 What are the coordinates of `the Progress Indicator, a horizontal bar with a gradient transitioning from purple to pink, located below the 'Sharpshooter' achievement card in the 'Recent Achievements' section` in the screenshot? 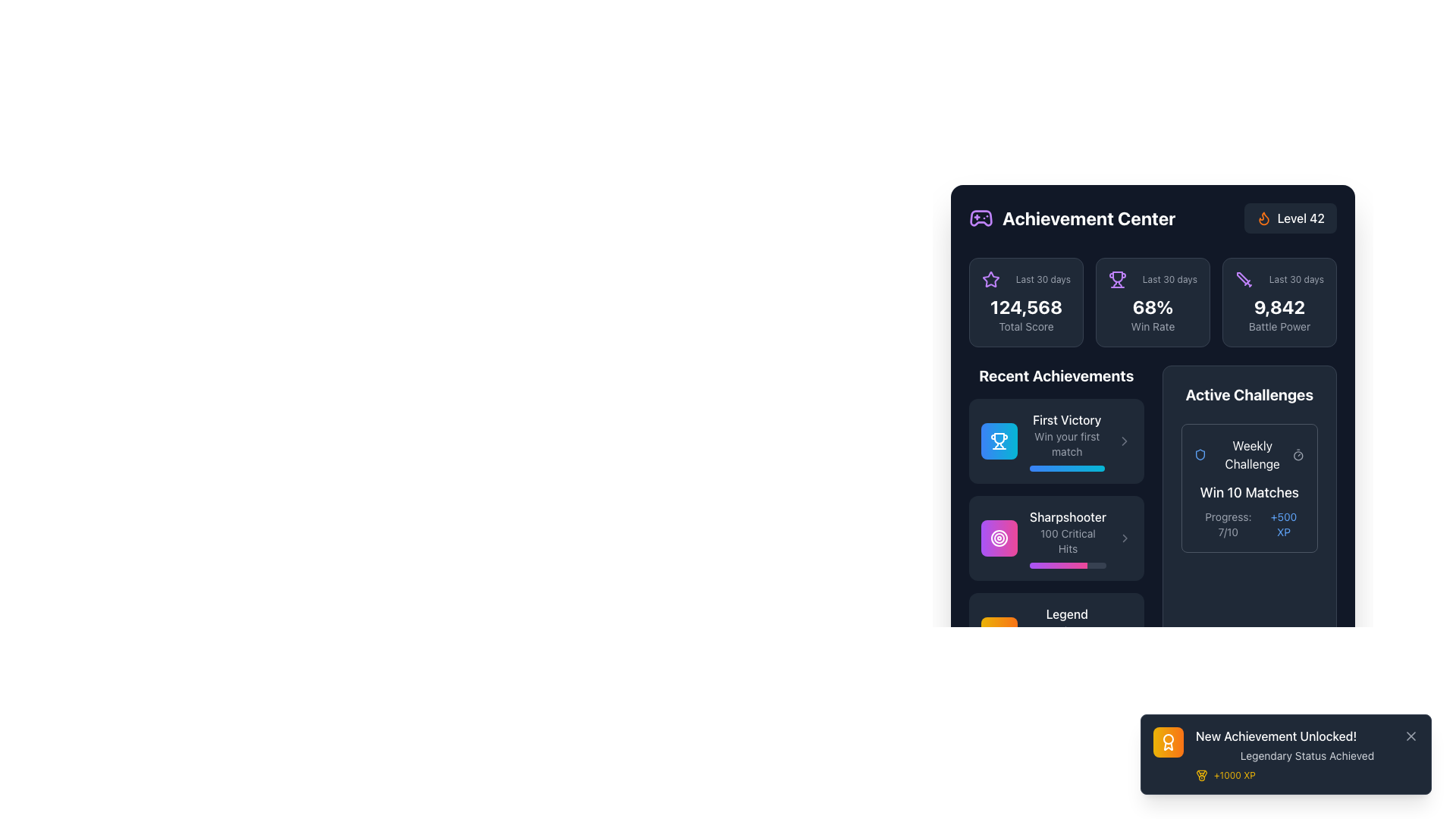 It's located at (1057, 565).